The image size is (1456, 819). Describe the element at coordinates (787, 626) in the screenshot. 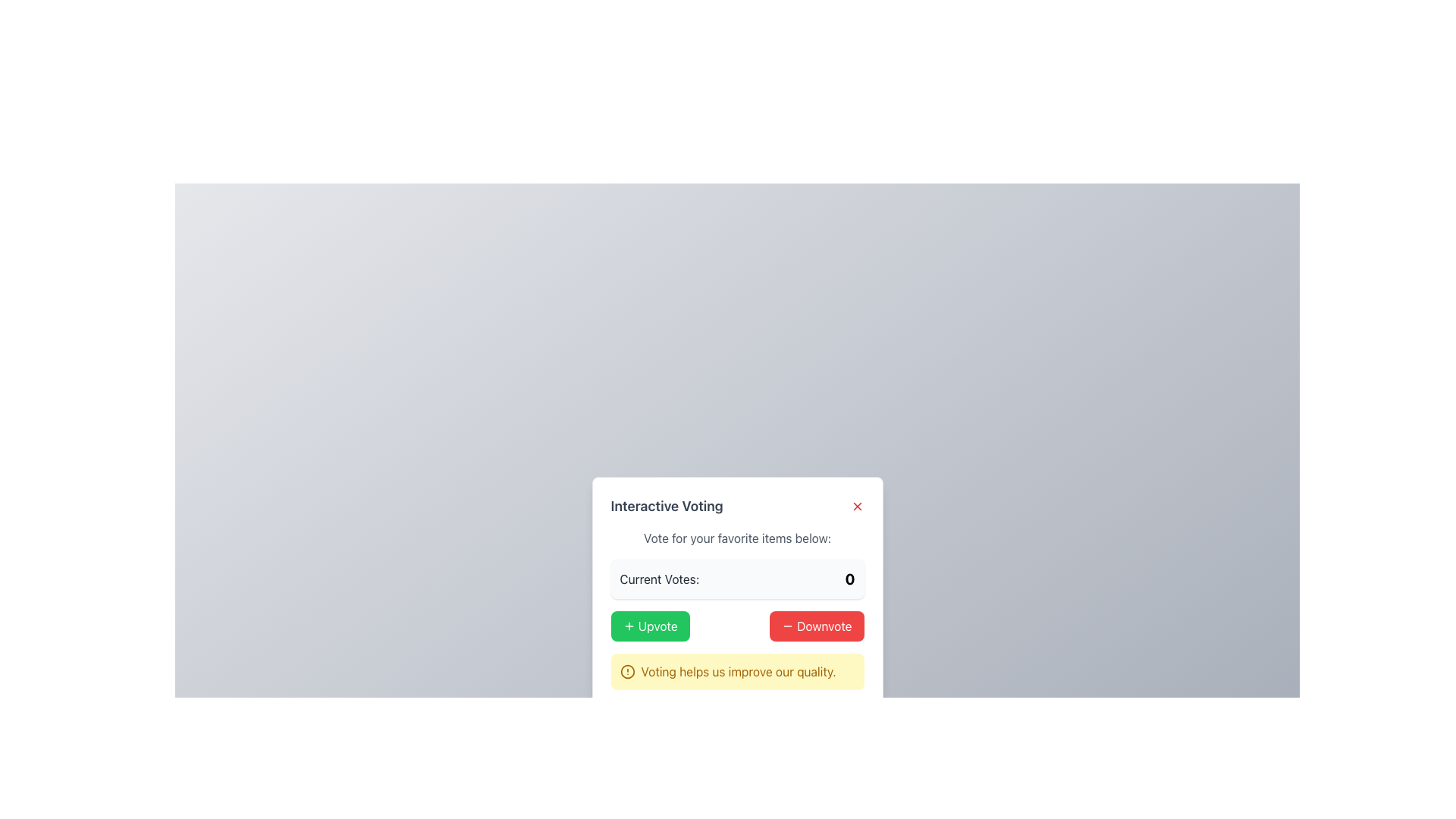

I see `the 'Downvote' button that visually represents the decrement action in the interactive voting interface located at the bottom center of the modal dialog` at that location.